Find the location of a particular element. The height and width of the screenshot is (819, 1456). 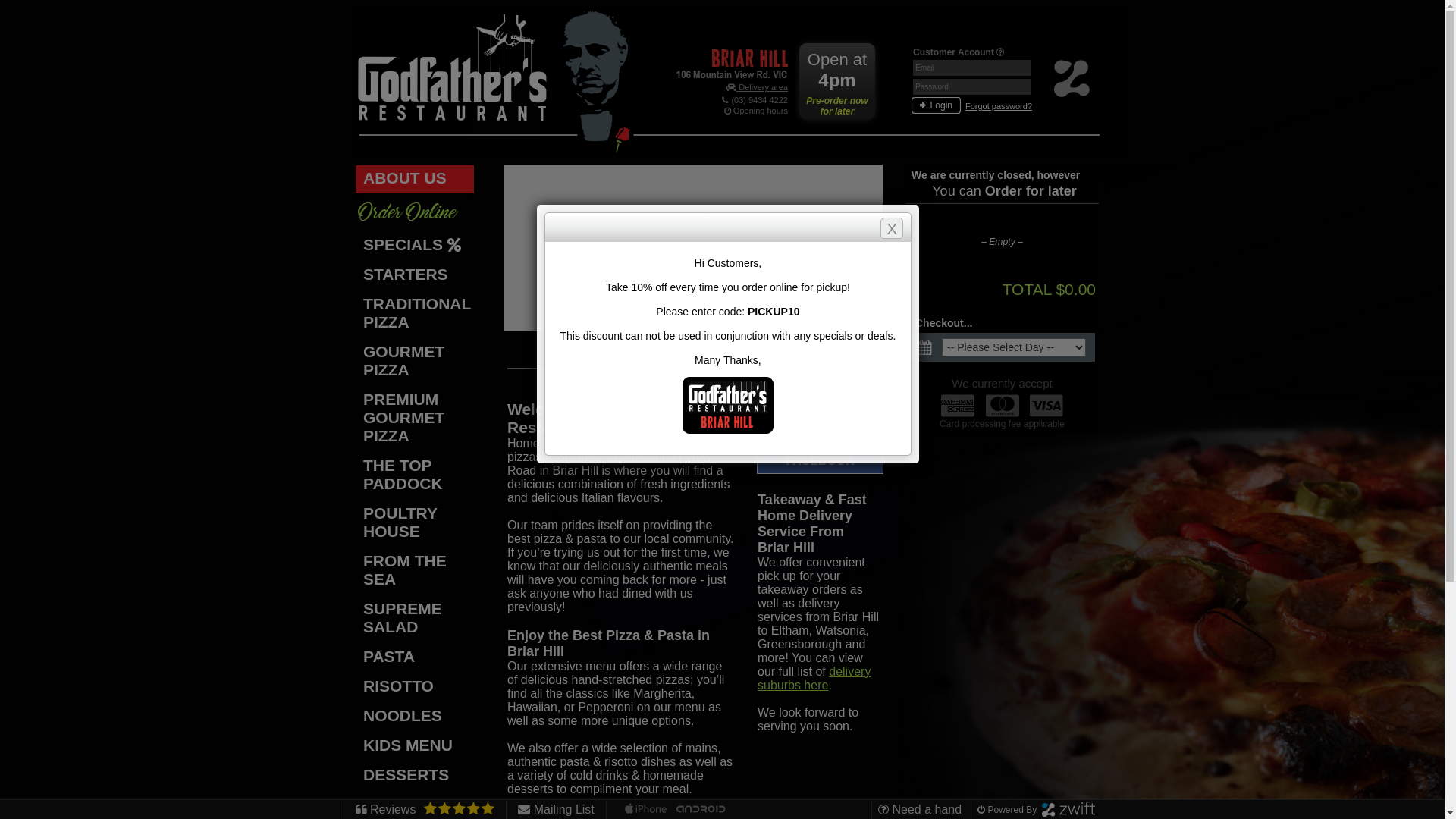

'Delivery area' is located at coordinates (757, 87).